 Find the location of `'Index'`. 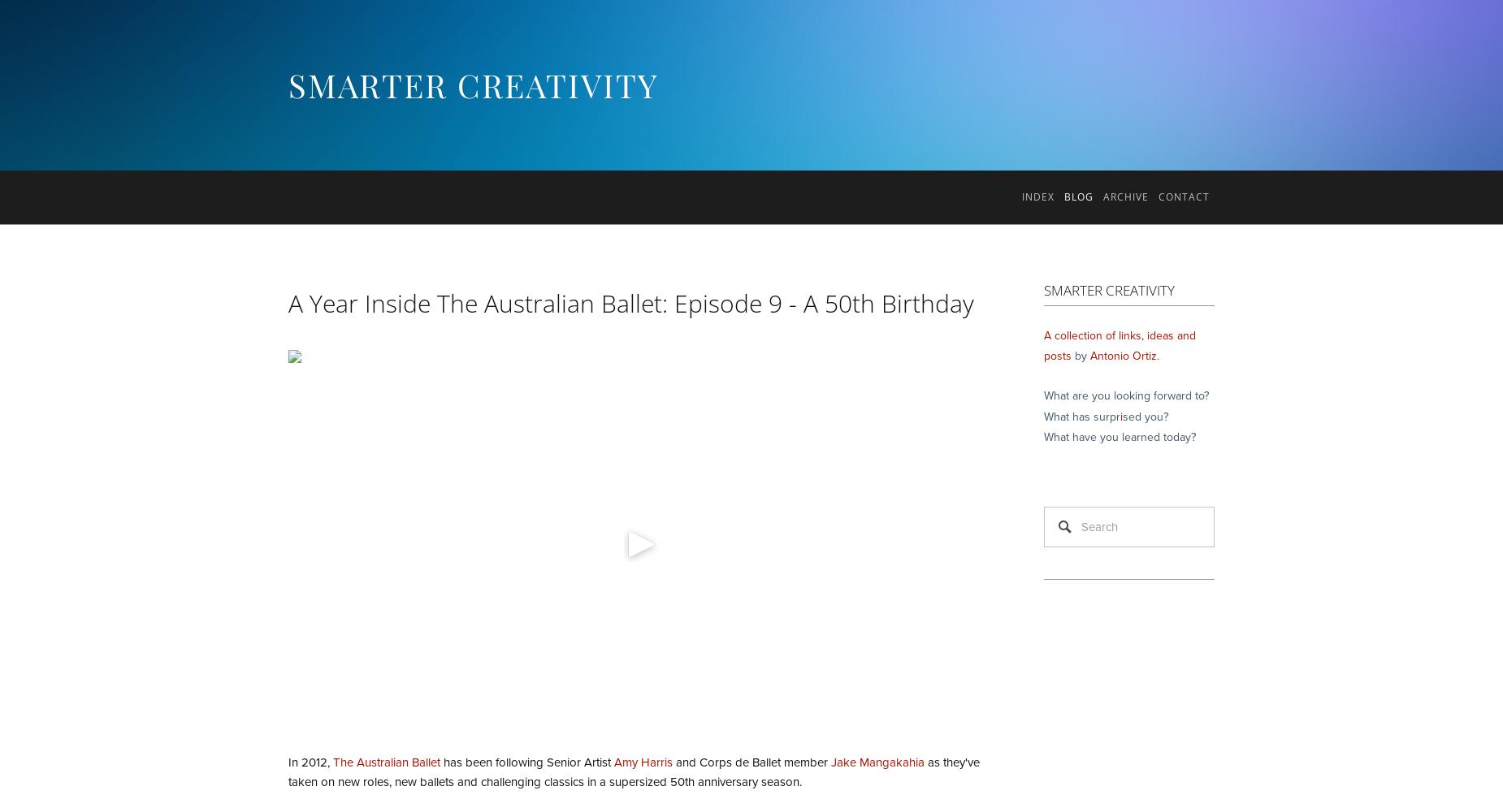

'Index' is located at coordinates (1037, 196).